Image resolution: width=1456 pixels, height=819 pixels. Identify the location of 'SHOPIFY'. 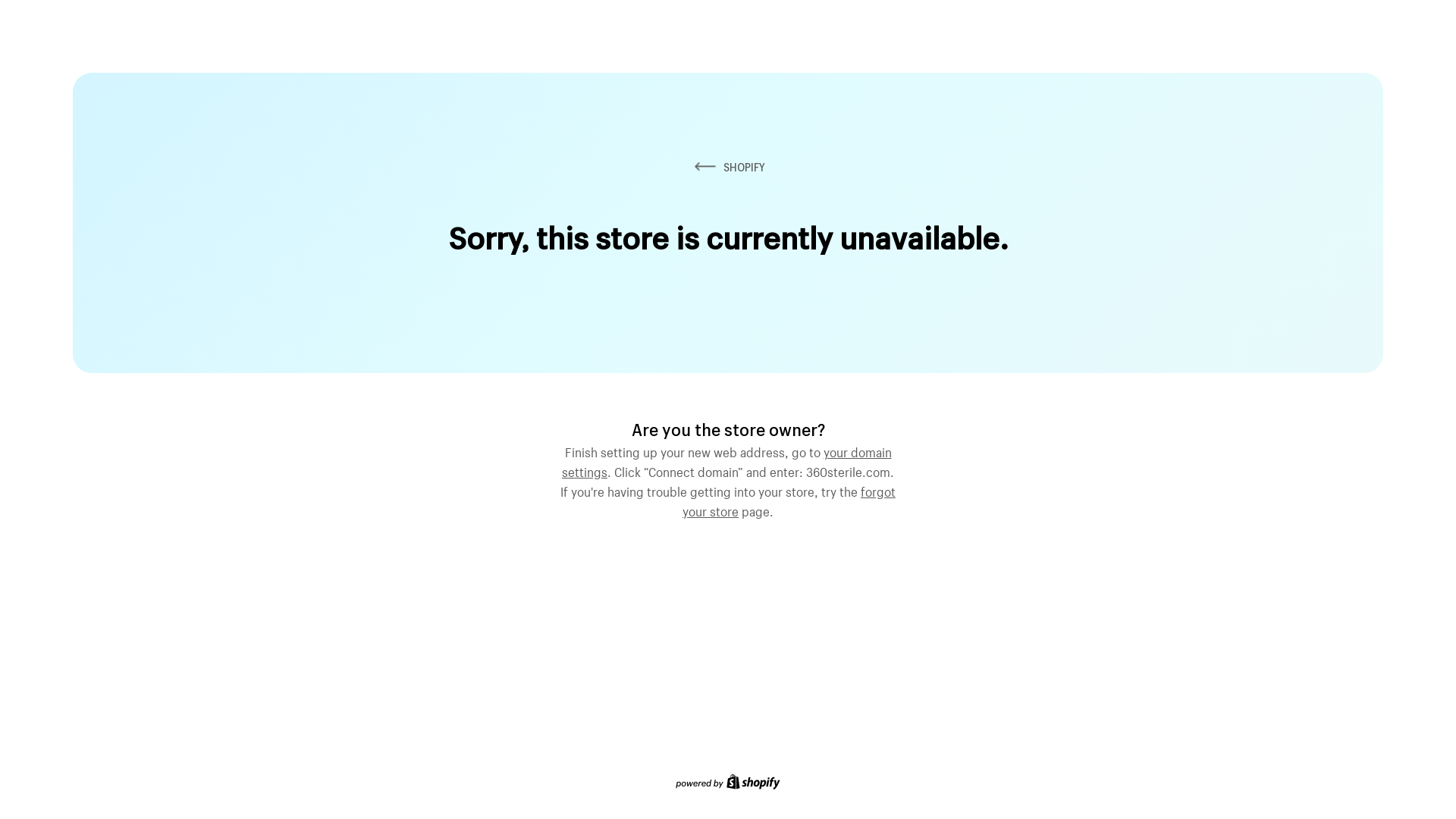
(728, 167).